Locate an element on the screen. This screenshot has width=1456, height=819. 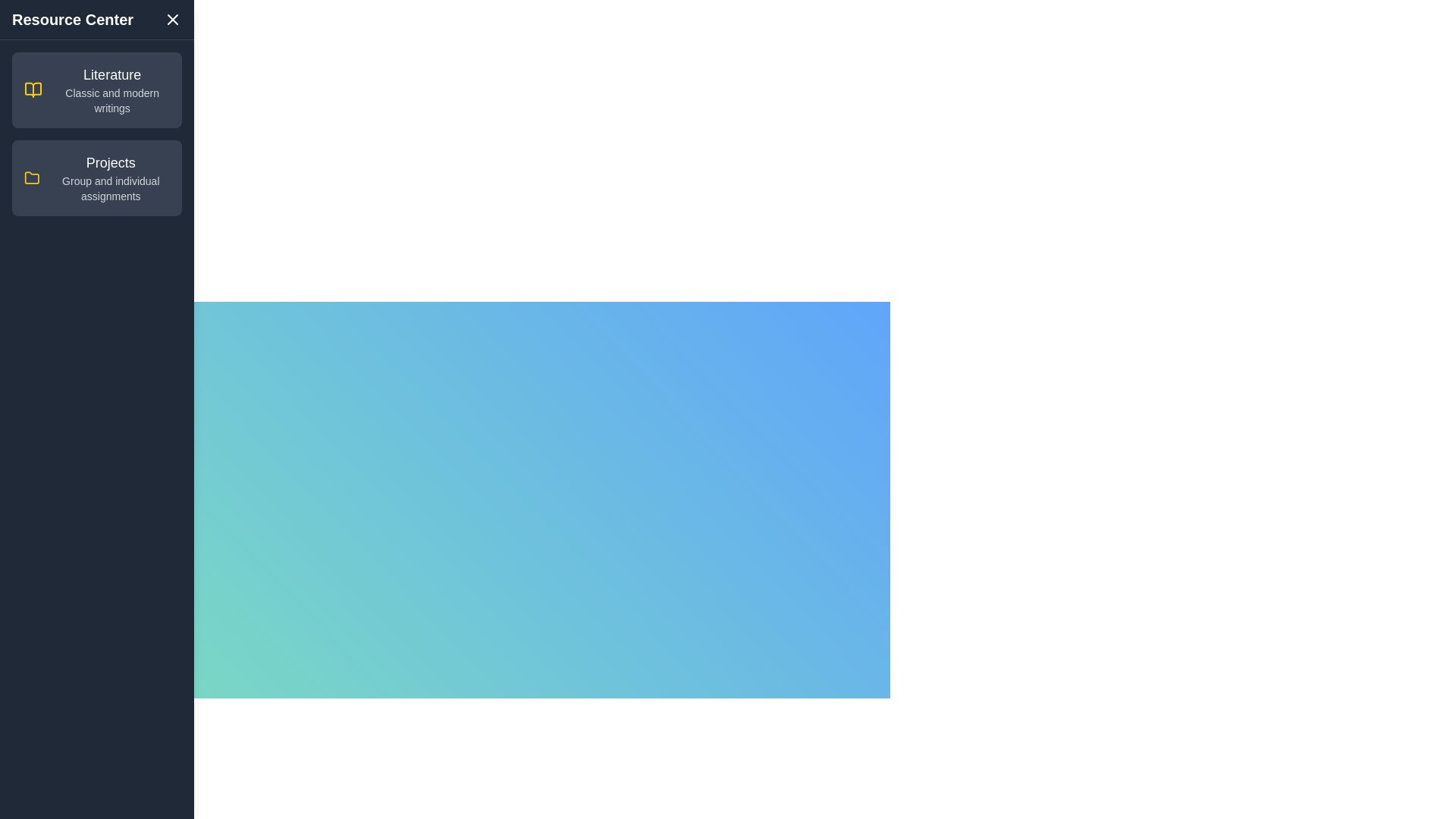
the 'Literature' category to view its details is located at coordinates (96, 90).